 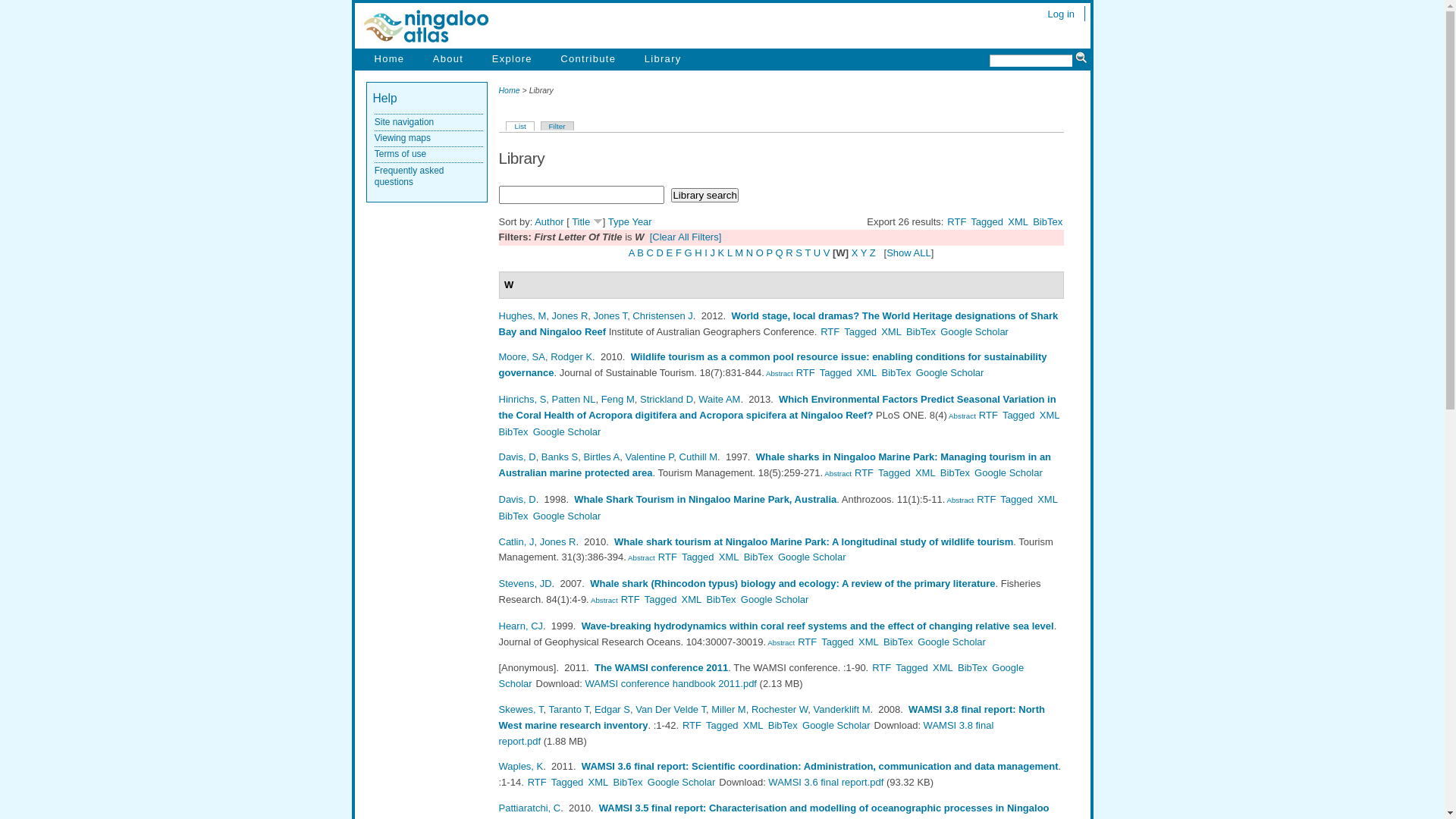 What do you see at coordinates (728, 709) in the screenshot?
I see `'Miller M'` at bounding box center [728, 709].